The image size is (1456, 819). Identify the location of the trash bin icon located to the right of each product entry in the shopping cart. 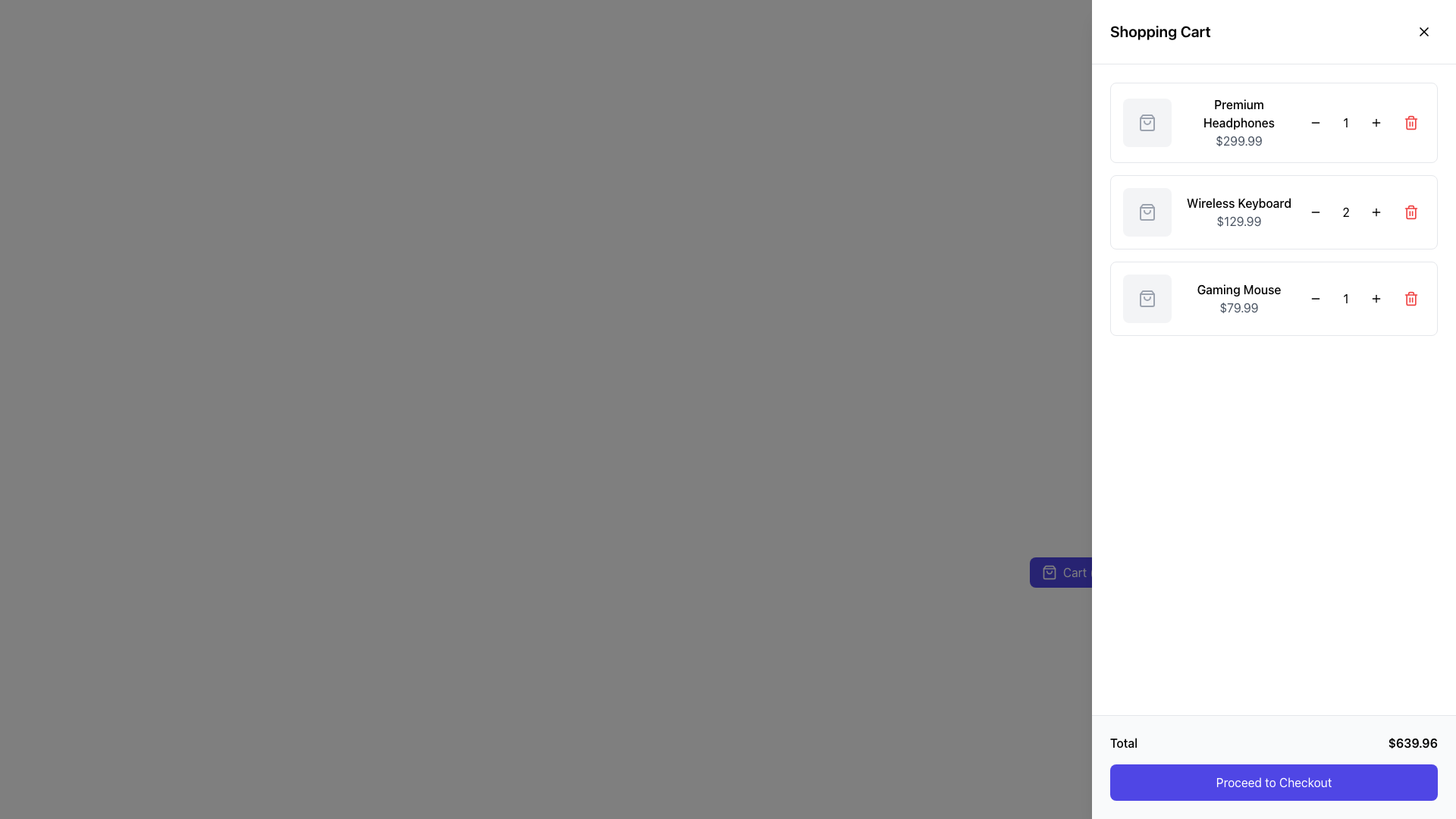
(1410, 213).